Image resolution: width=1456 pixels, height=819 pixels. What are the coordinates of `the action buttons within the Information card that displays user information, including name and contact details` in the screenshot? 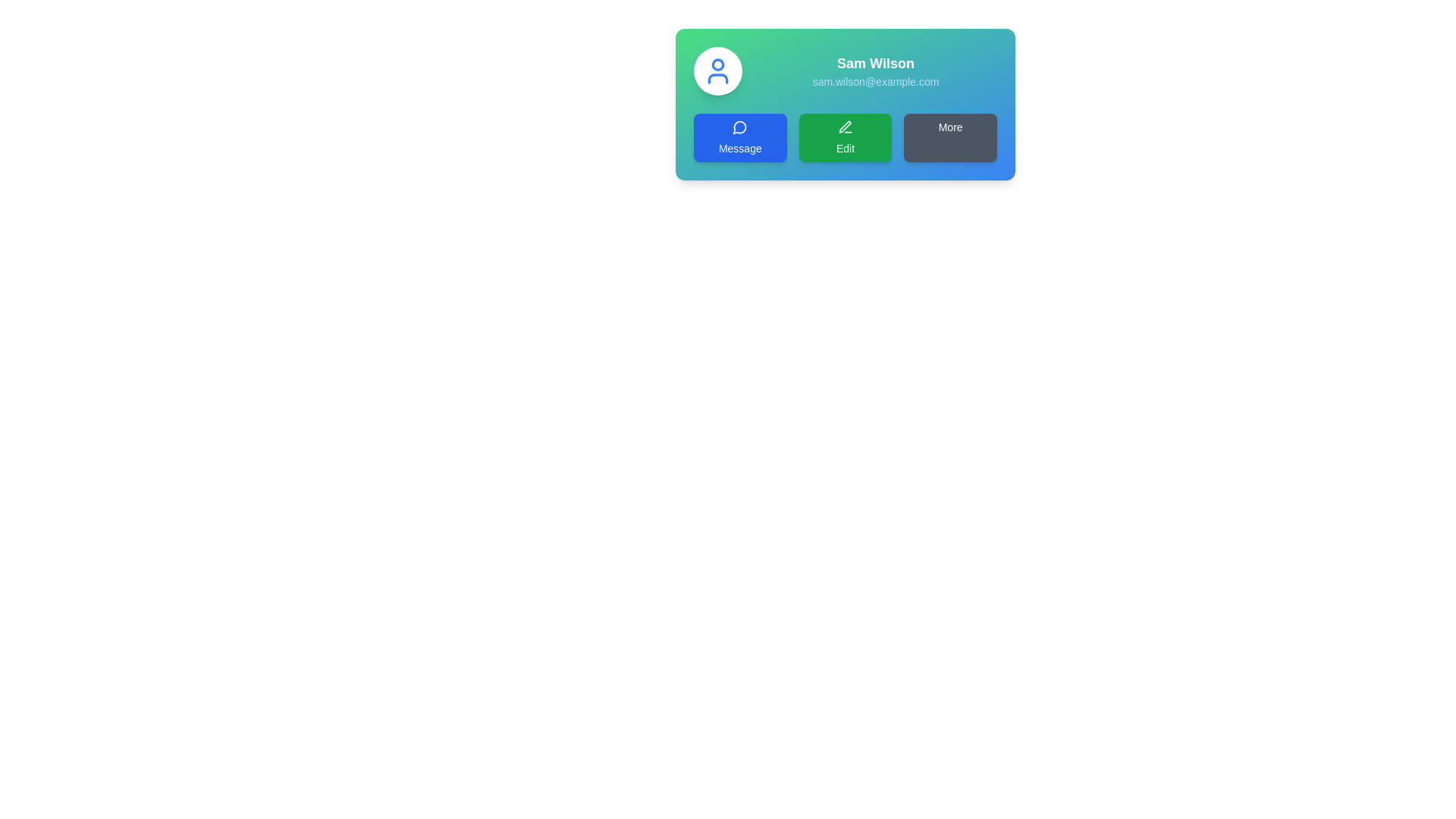 It's located at (844, 104).